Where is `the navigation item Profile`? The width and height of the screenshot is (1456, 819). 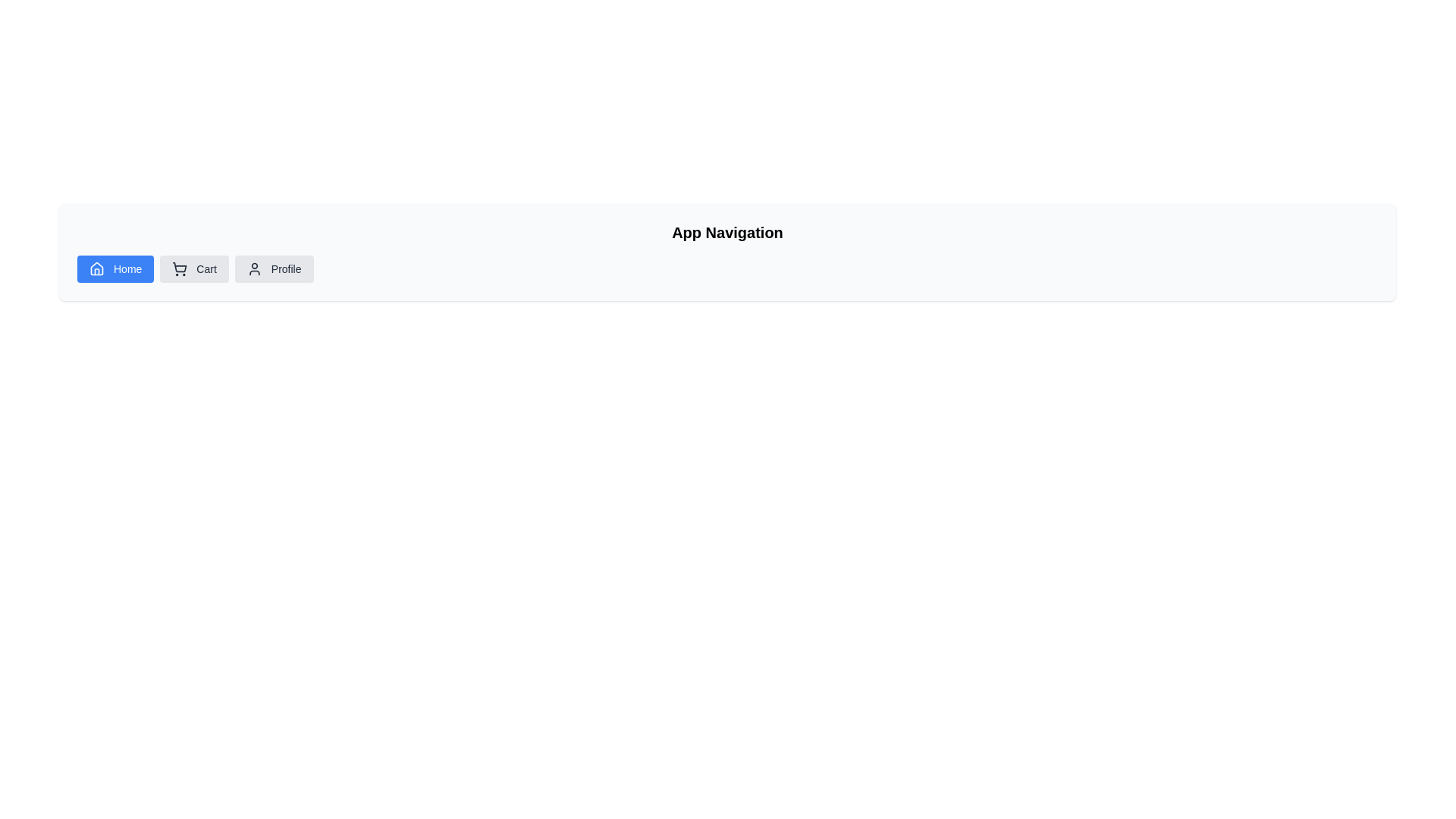
the navigation item Profile is located at coordinates (274, 268).